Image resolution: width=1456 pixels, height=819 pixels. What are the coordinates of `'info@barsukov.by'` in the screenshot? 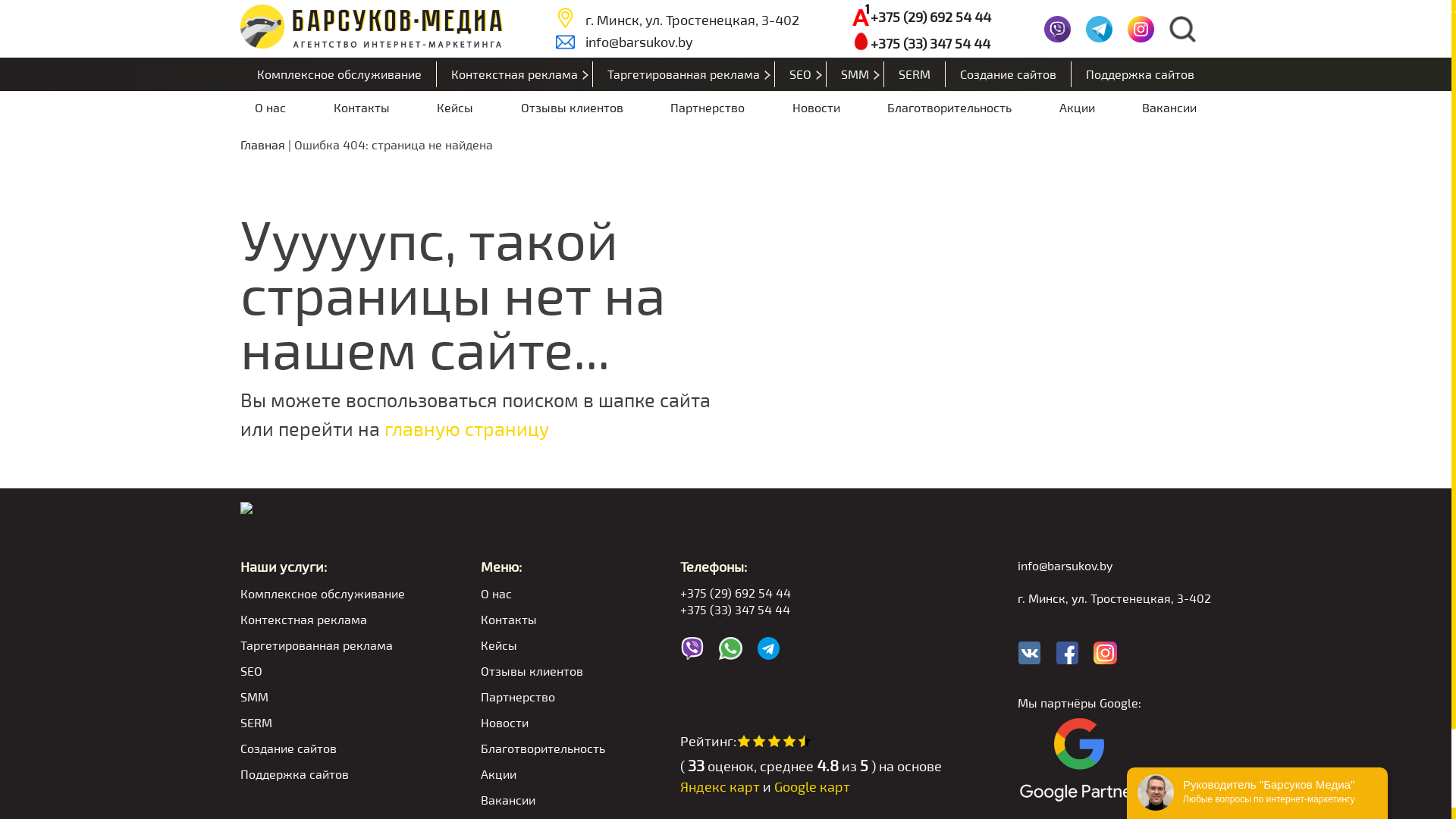 It's located at (676, 40).